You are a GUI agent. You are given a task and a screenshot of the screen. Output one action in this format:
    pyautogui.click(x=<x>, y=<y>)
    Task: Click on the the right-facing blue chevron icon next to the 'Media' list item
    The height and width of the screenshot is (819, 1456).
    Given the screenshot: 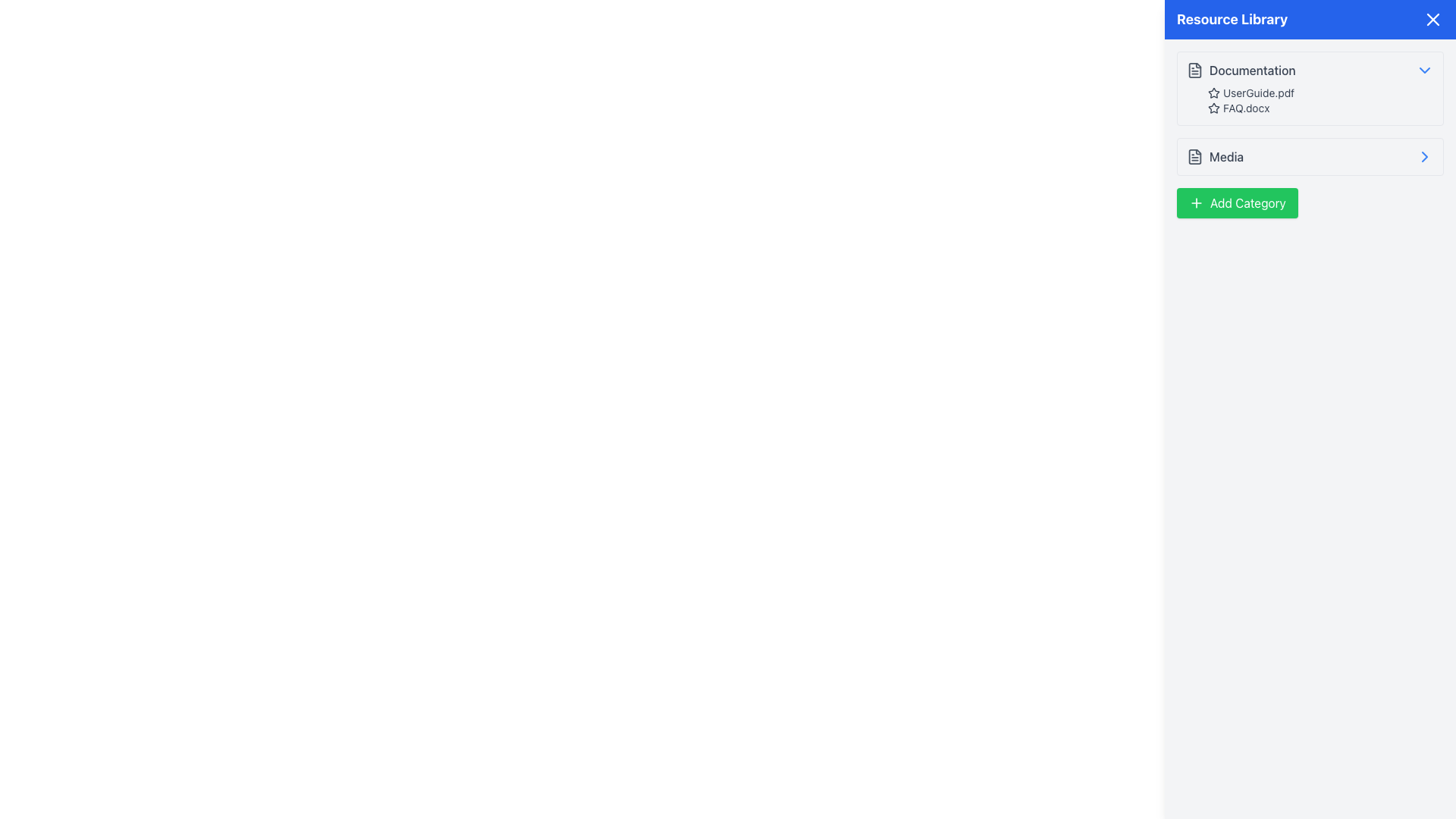 What is the action you would take?
    pyautogui.click(x=1423, y=157)
    